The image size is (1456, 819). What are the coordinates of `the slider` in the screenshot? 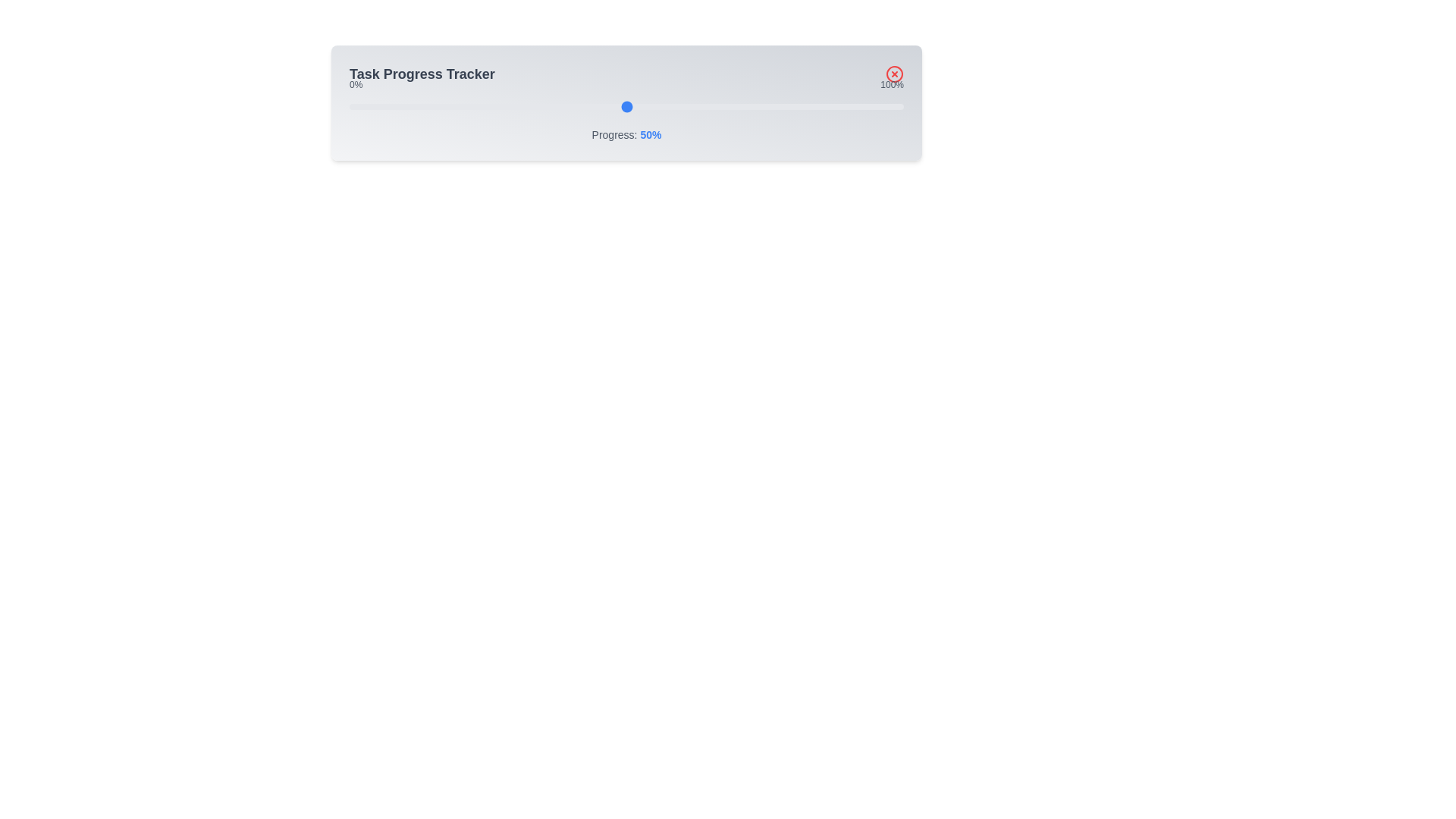 It's located at (665, 106).